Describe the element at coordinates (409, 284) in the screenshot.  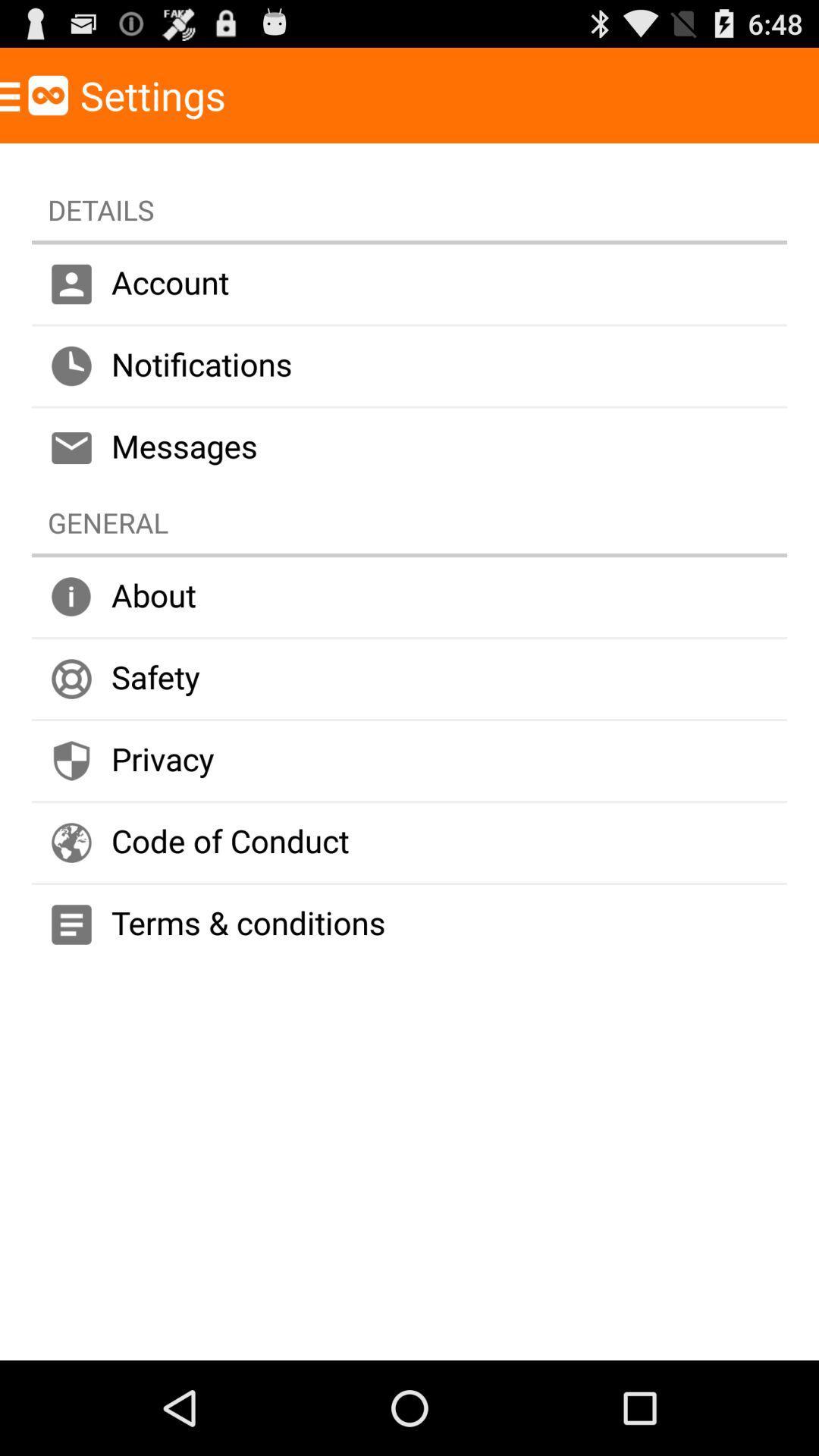
I see `icon above notifications icon` at that location.